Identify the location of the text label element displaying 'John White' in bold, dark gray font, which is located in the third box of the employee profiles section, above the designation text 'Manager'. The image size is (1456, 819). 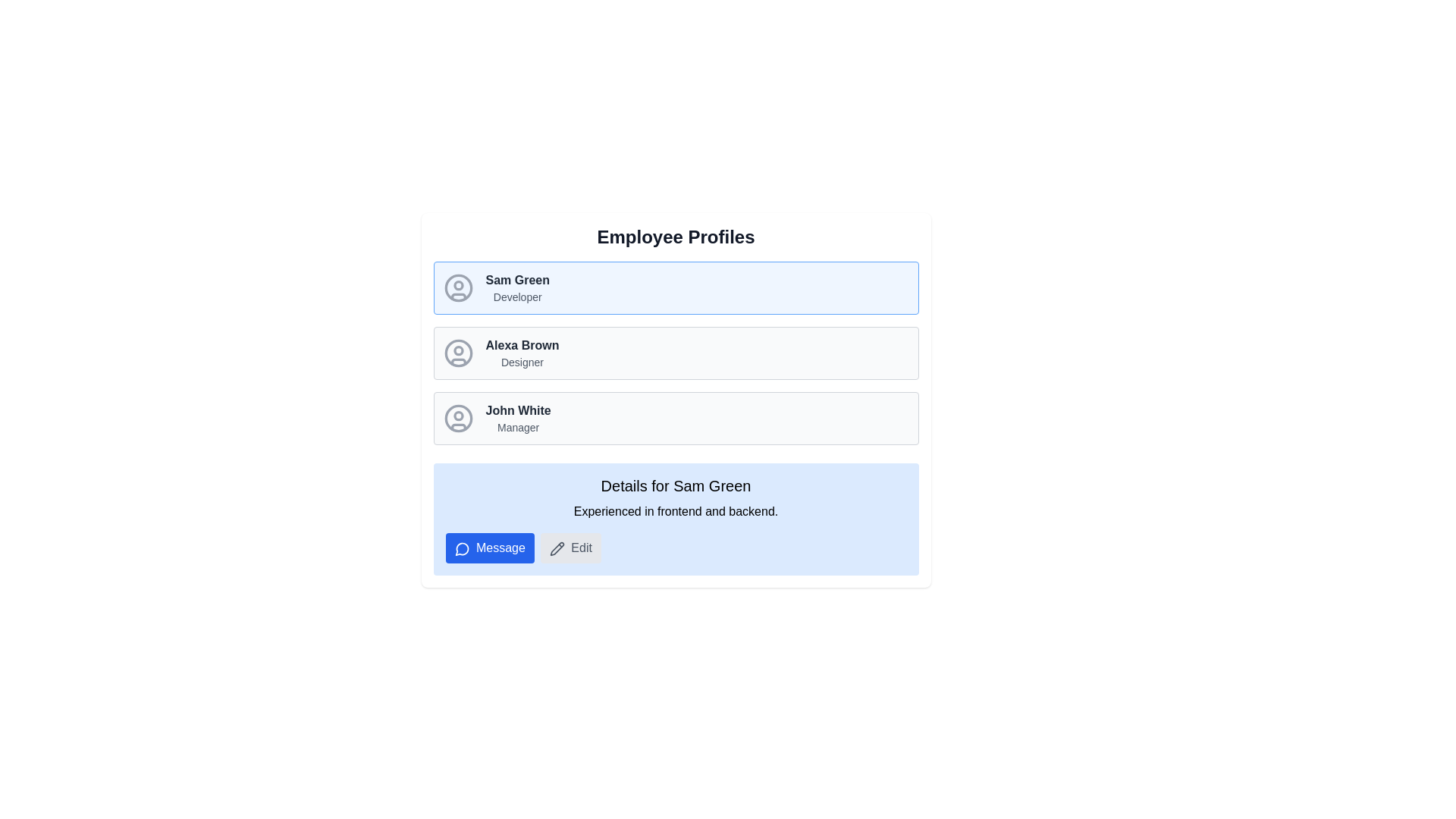
(518, 411).